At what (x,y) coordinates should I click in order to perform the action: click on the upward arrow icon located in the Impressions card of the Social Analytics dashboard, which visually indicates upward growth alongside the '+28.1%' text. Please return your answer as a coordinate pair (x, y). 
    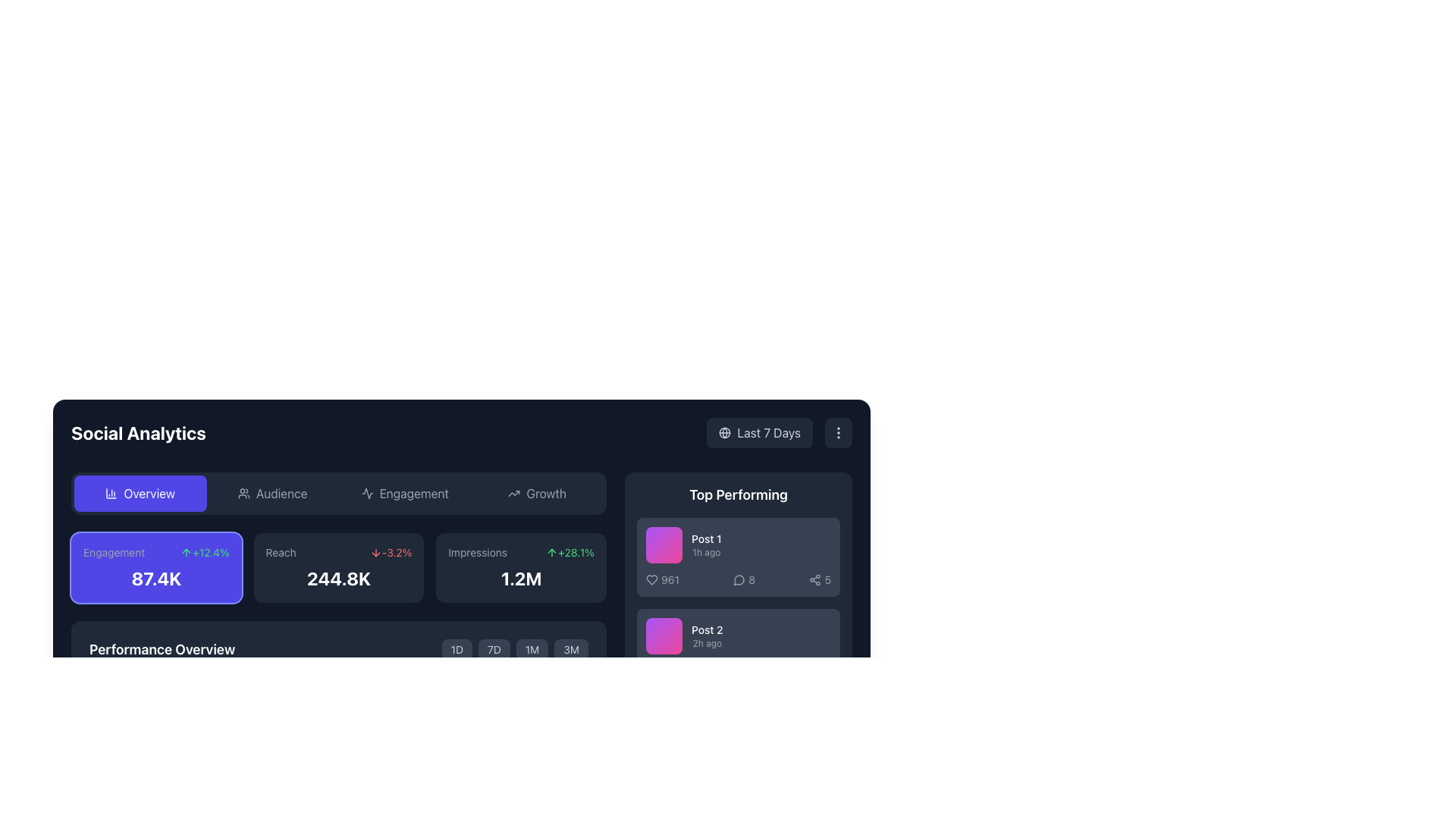
    Looking at the image, I should click on (551, 553).